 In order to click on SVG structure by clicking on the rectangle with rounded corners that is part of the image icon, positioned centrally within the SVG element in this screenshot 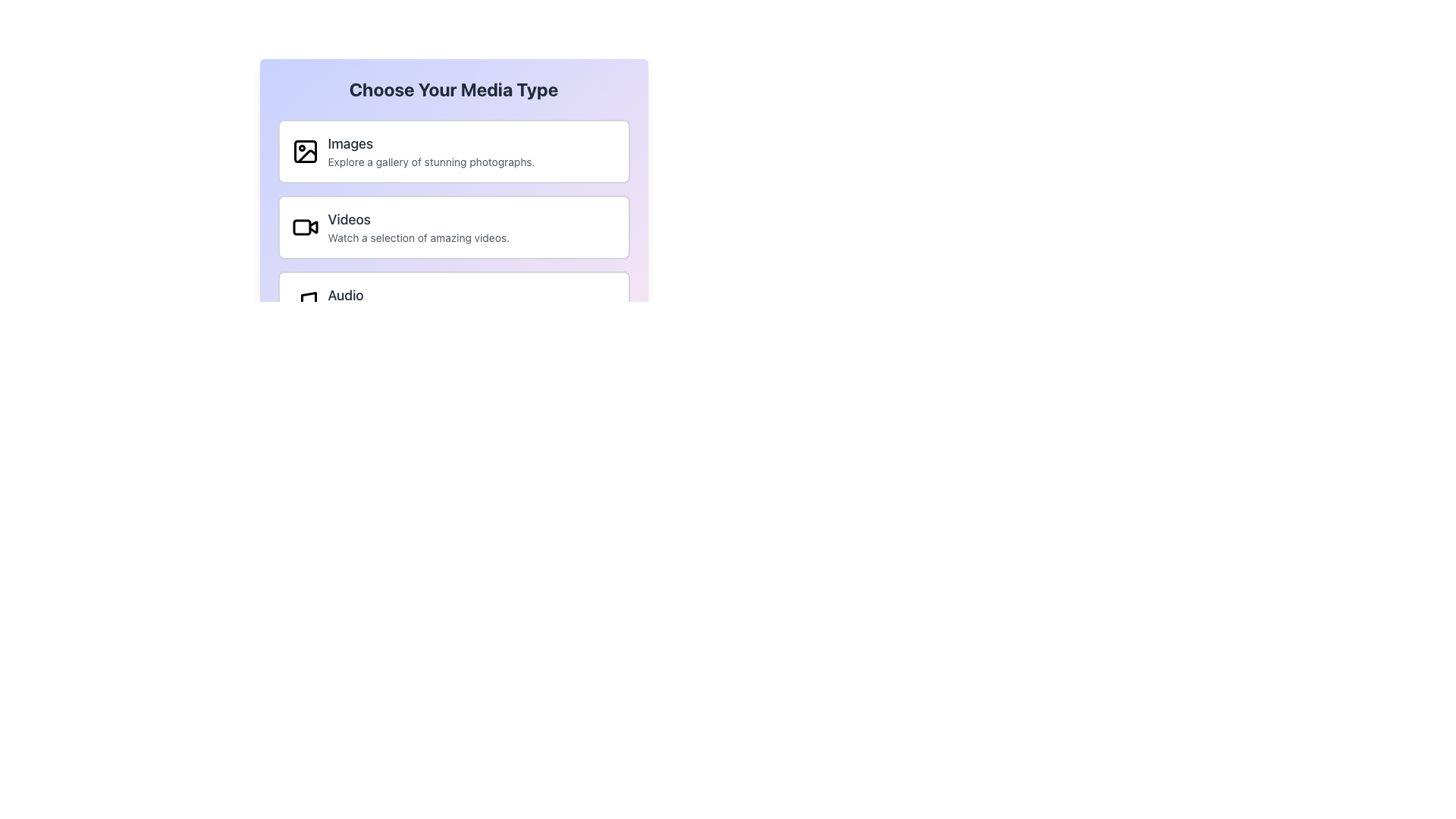, I will do `click(304, 152)`.